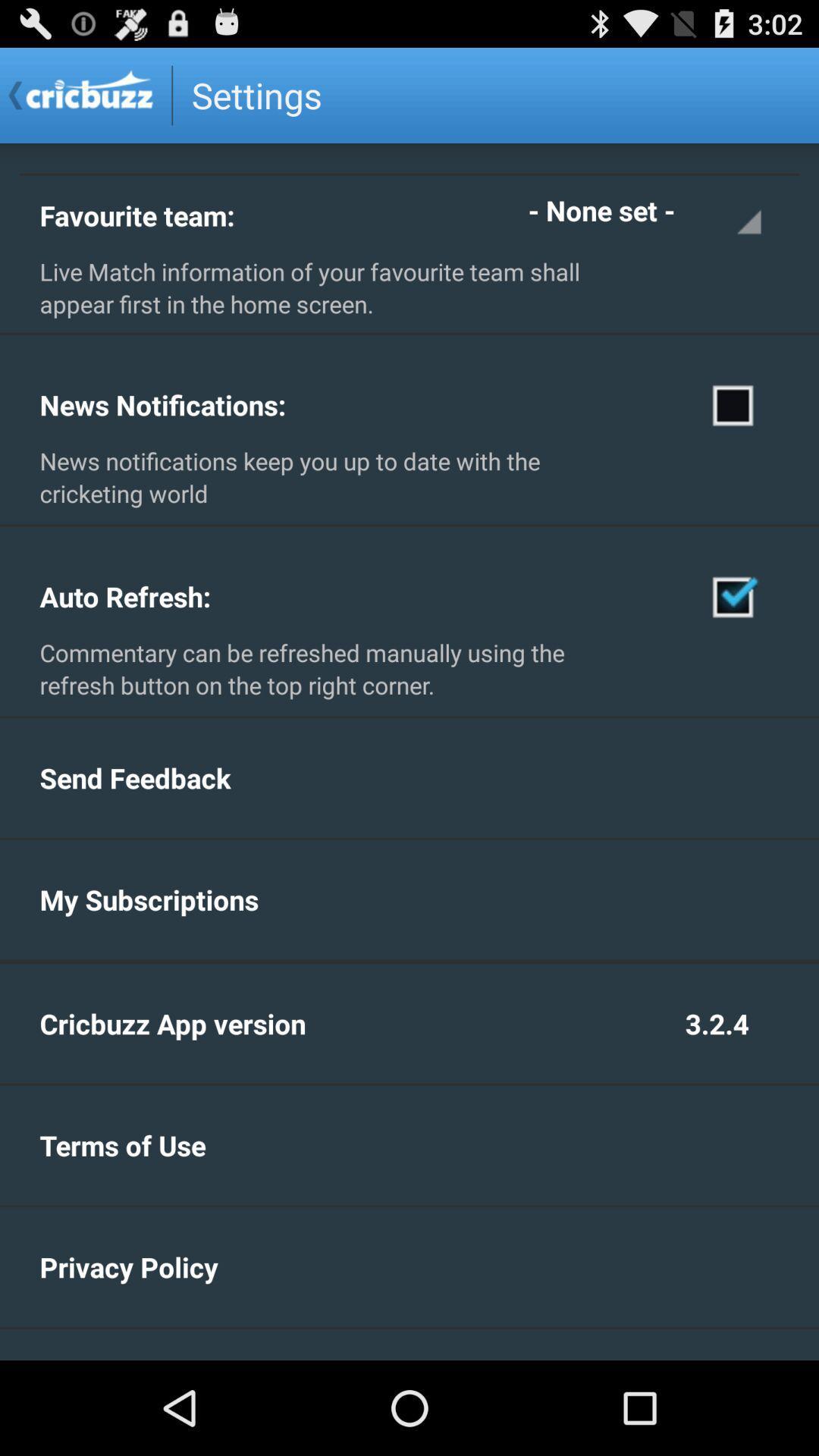 This screenshot has height=1456, width=819. What do you see at coordinates (733, 404) in the screenshot?
I see `notification checkbox` at bounding box center [733, 404].